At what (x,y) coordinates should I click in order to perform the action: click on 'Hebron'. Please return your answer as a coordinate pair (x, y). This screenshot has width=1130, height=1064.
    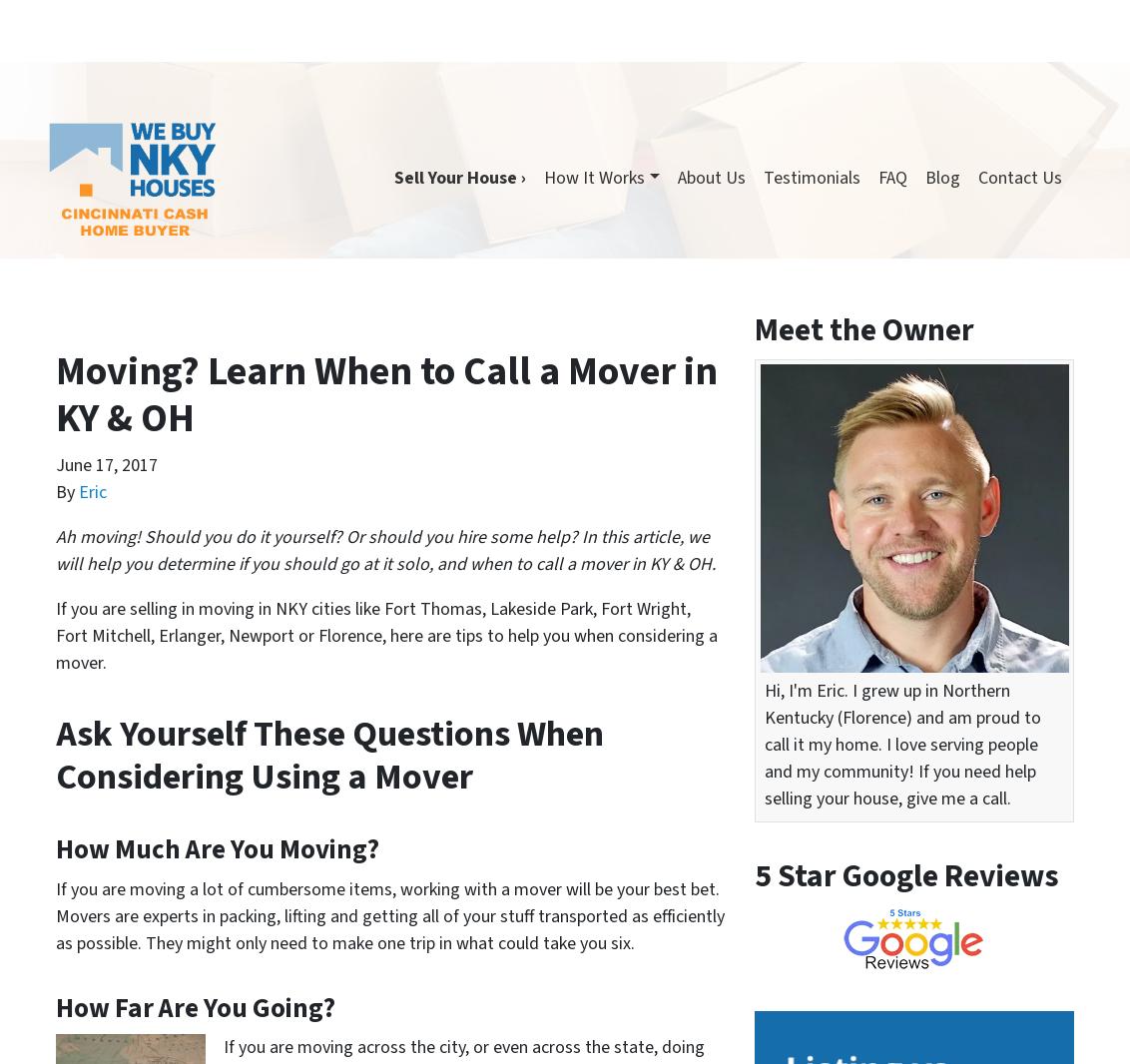
    Looking at the image, I should click on (952, 986).